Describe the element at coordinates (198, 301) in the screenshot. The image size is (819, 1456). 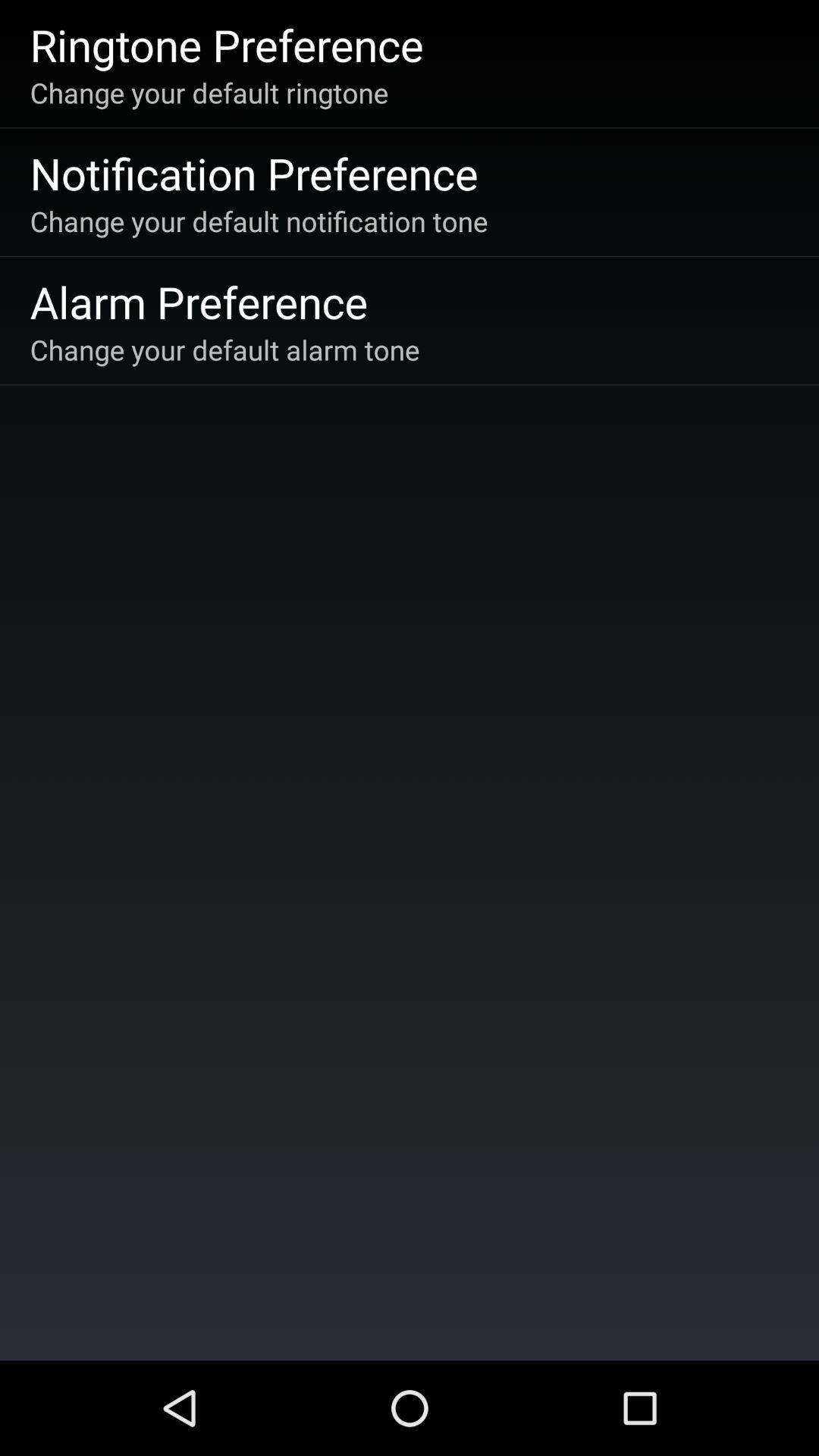
I see `the alarm preference` at that location.